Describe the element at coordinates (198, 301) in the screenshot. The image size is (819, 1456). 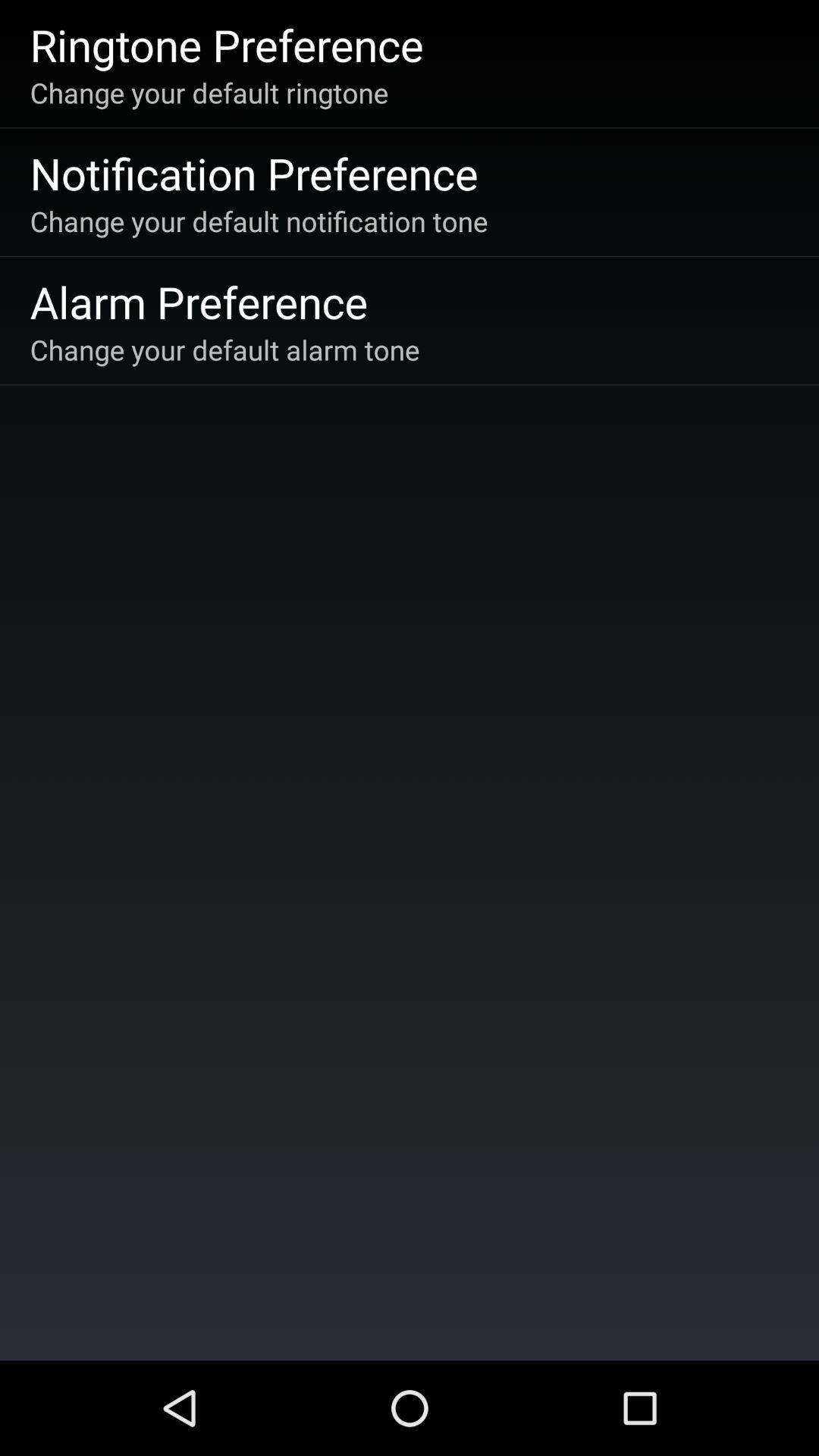
I see `the alarm preference` at that location.